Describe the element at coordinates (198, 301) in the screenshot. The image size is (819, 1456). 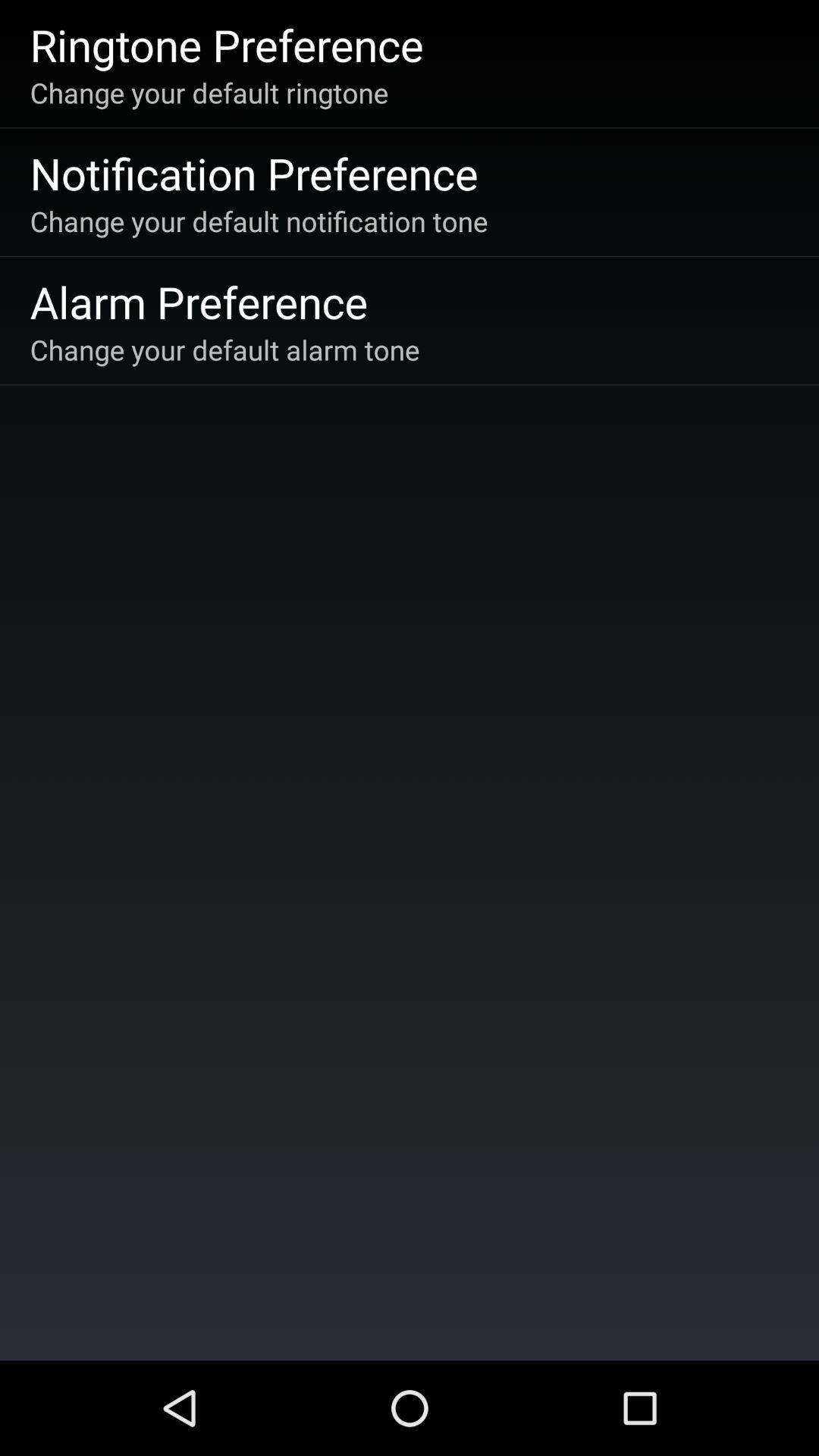
I see `the alarm preference` at that location.